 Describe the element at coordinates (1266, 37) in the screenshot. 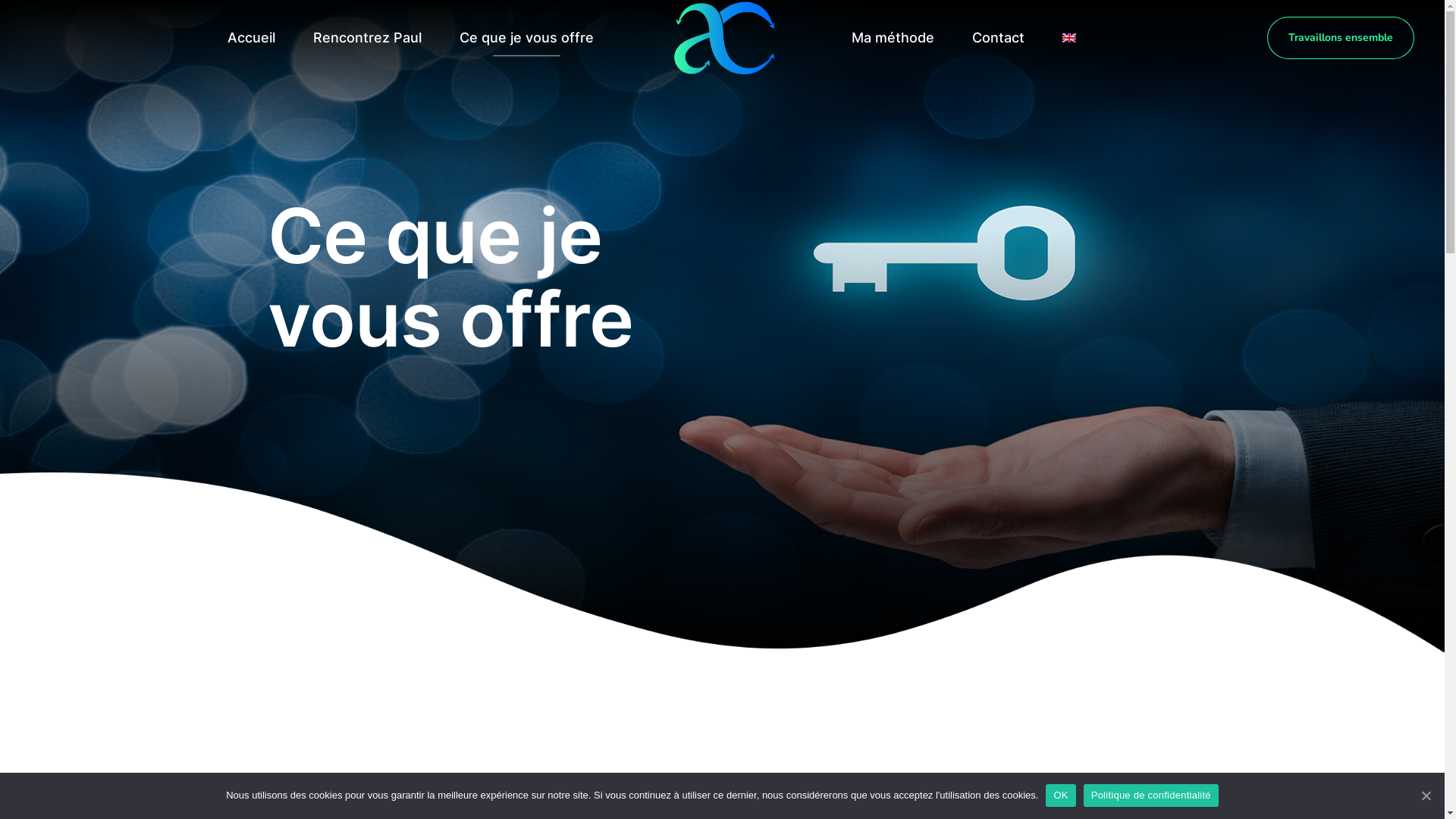

I see `'Travaillons ensemble'` at that location.